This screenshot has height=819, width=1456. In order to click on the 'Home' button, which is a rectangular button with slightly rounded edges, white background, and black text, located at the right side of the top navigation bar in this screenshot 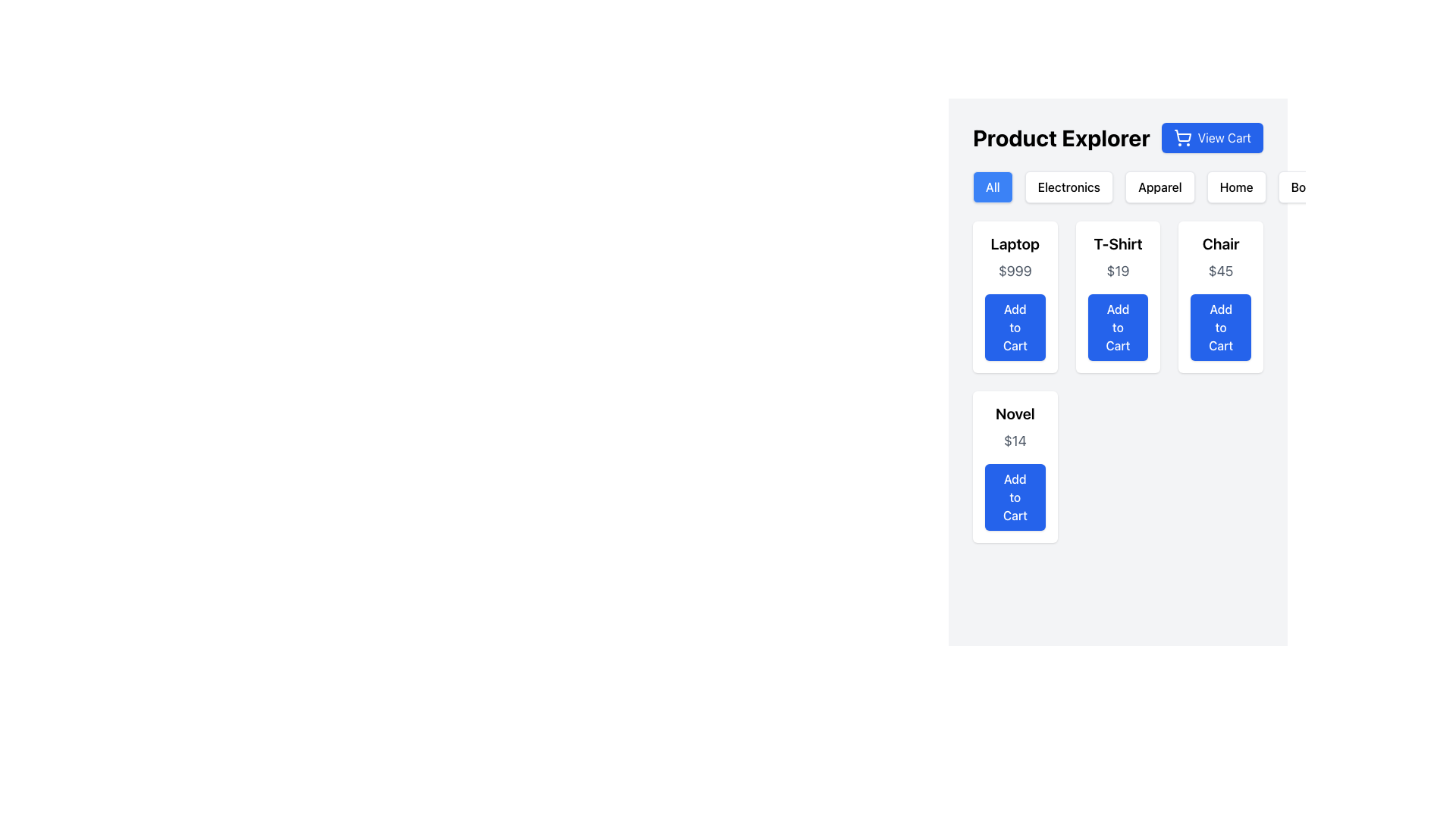, I will do `click(1236, 186)`.